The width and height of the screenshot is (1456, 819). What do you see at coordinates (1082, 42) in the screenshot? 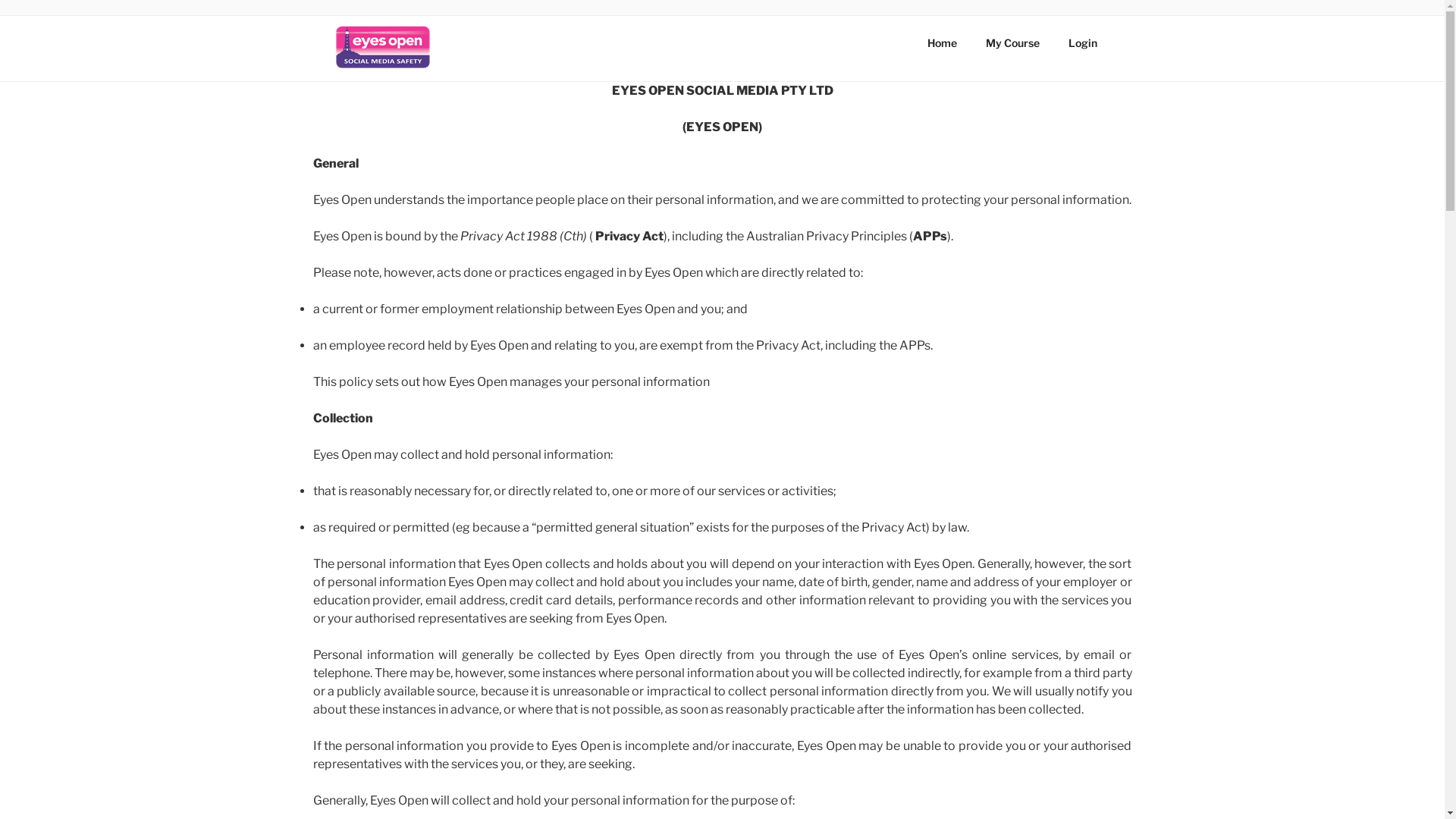
I see `'Login'` at bounding box center [1082, 42].